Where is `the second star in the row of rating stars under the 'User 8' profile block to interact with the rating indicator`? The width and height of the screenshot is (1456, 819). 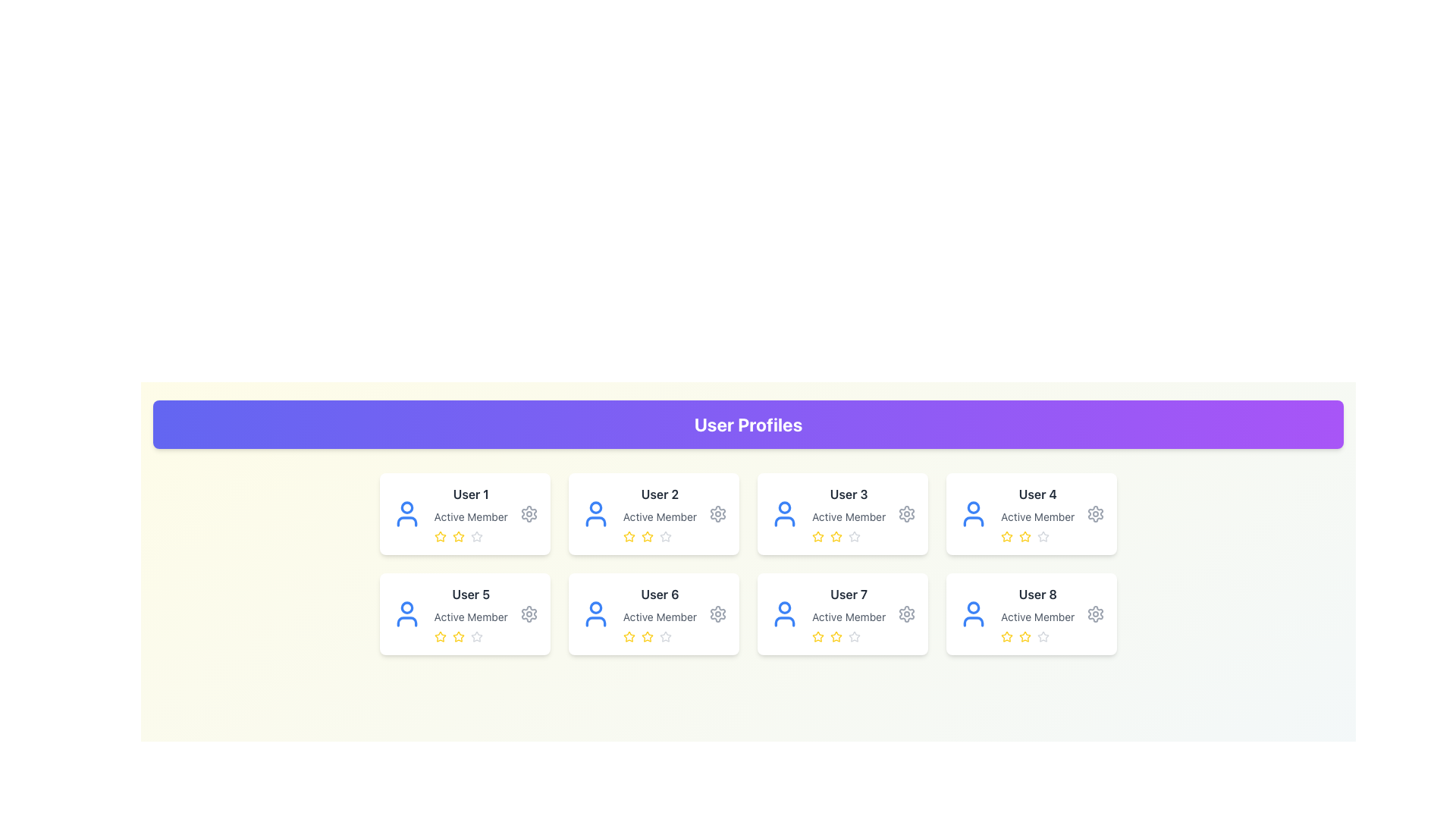 the second star in the row of rating stars under the 'User 8' profile block to interact with the rating indicator is located at coordinates (1025, 636).